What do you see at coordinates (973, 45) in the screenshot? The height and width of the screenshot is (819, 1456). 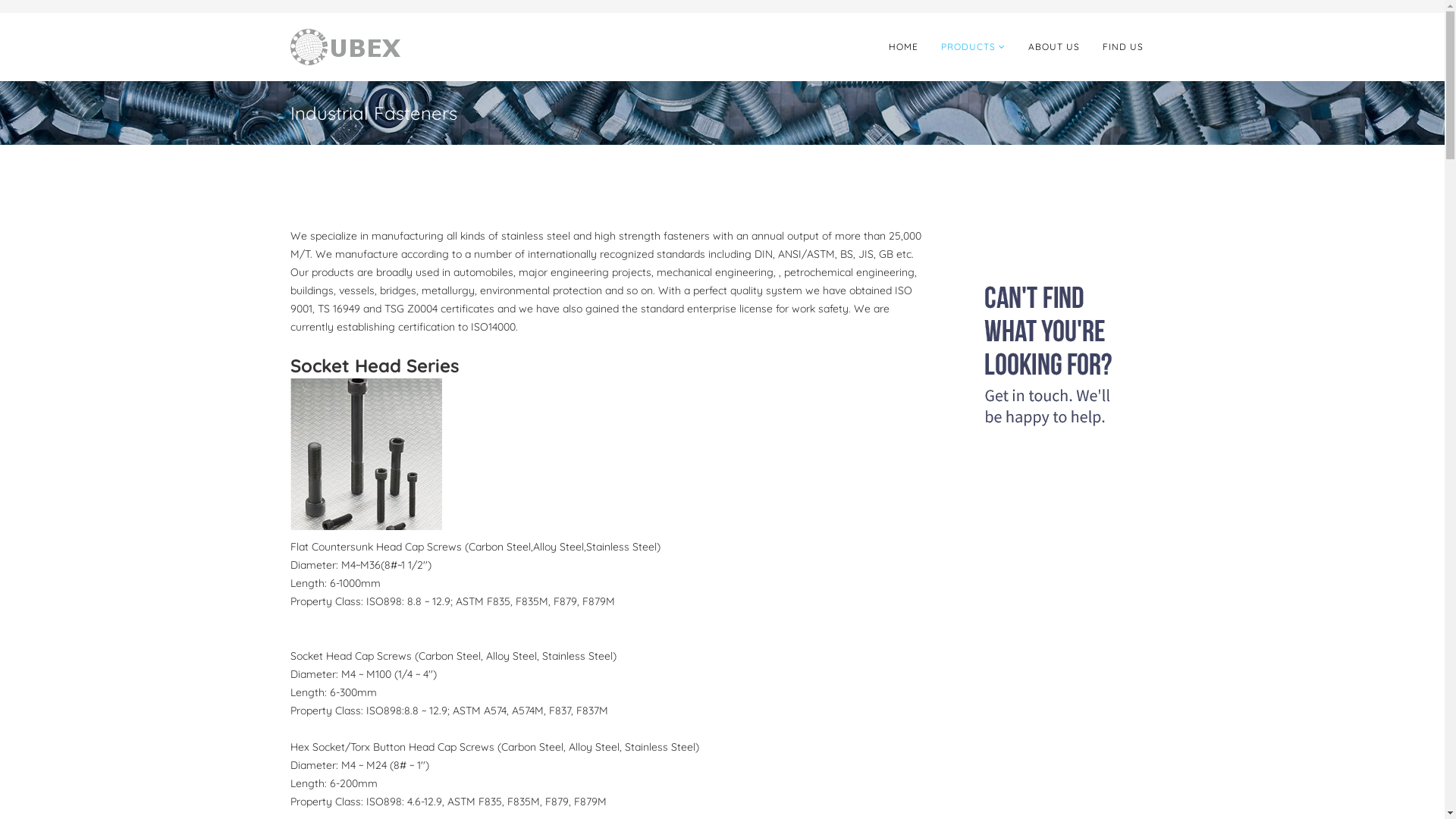 I see `'PRODUCTS'` at bounding box center [973, 45].